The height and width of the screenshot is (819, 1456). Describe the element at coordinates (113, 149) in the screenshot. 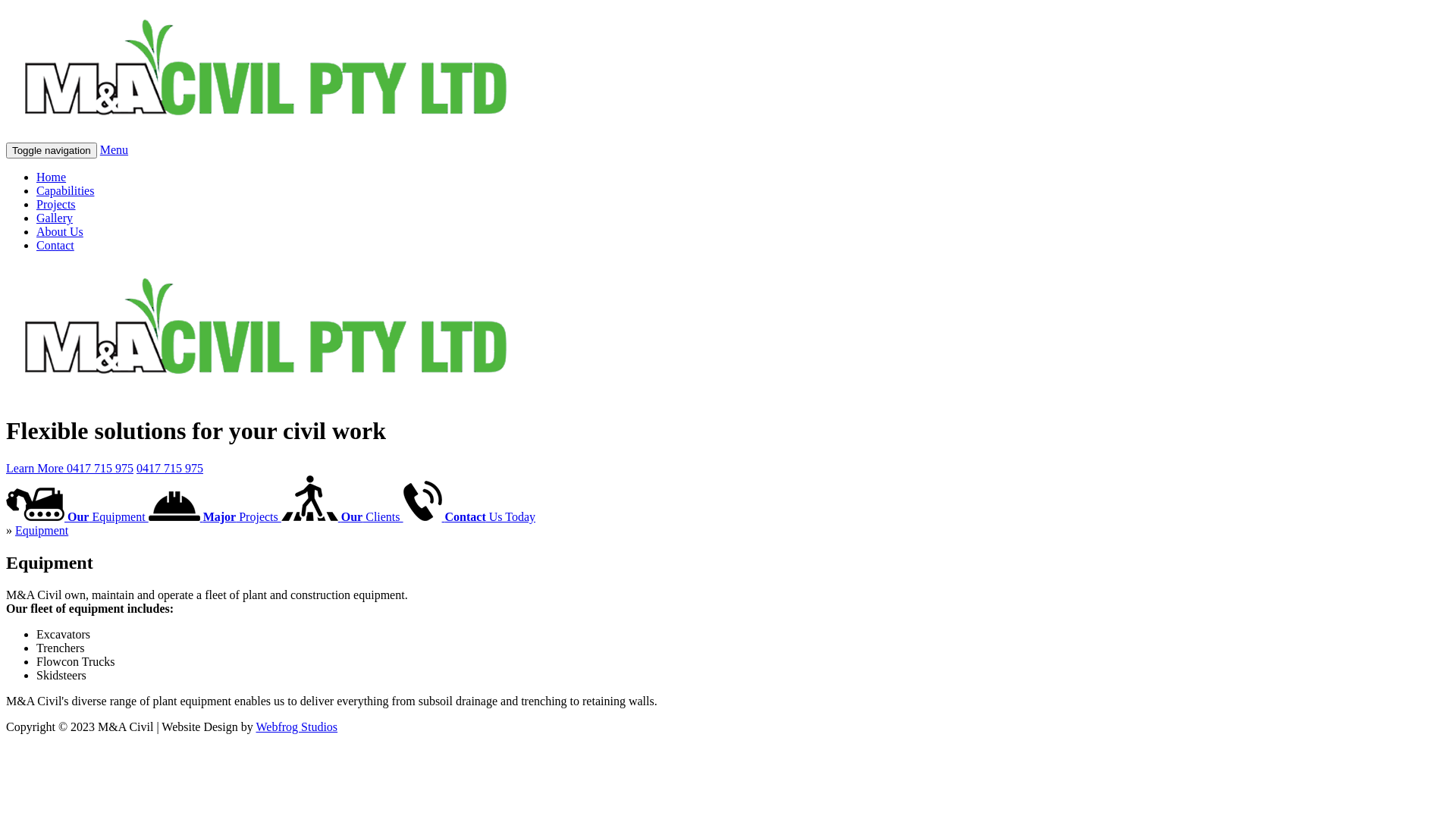

I see `'Menu'` at that location.